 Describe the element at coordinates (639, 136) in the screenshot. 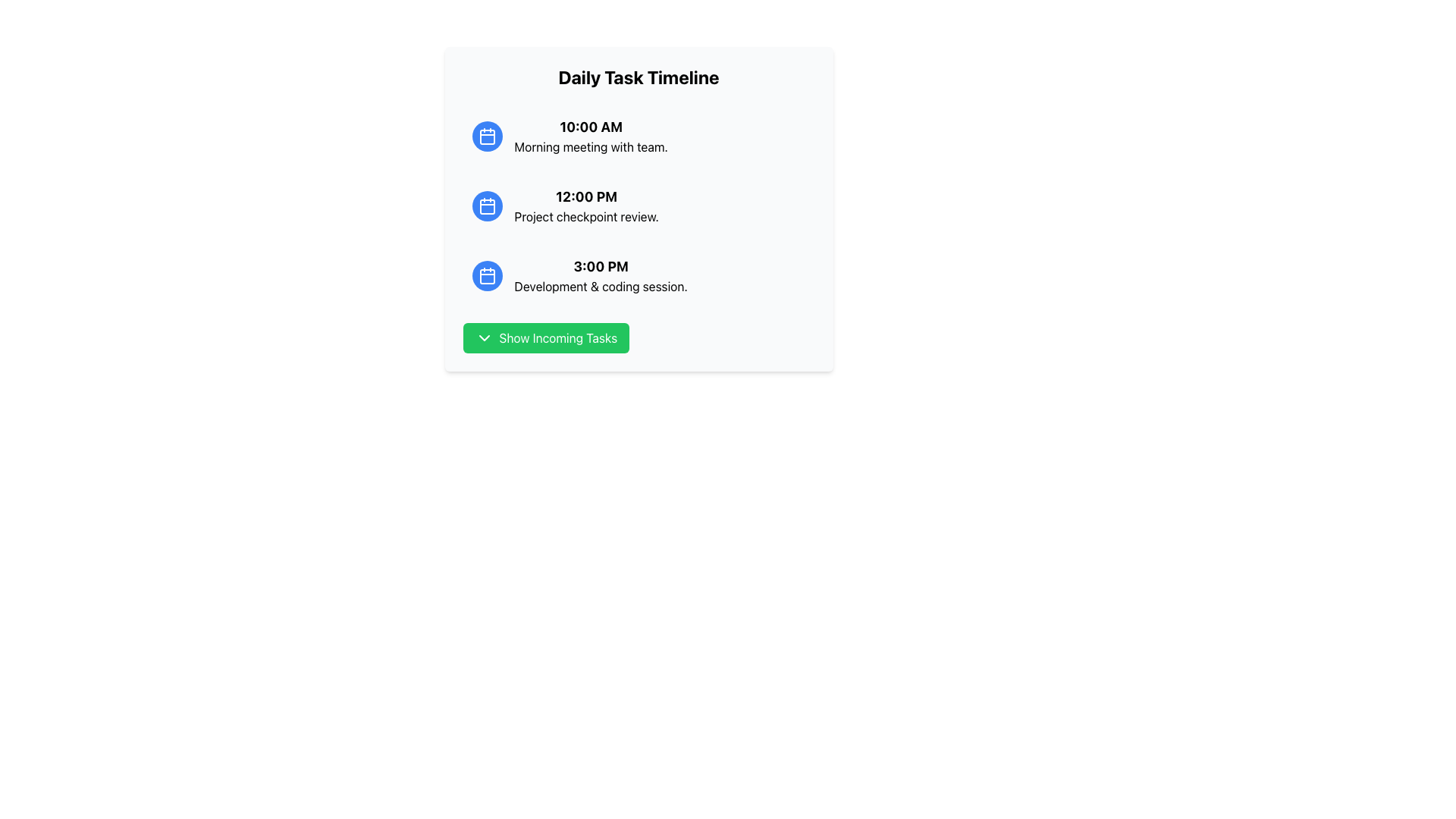

I see `the first entry of the 'Daily Task Timeline' list by clicking on it` at that location.